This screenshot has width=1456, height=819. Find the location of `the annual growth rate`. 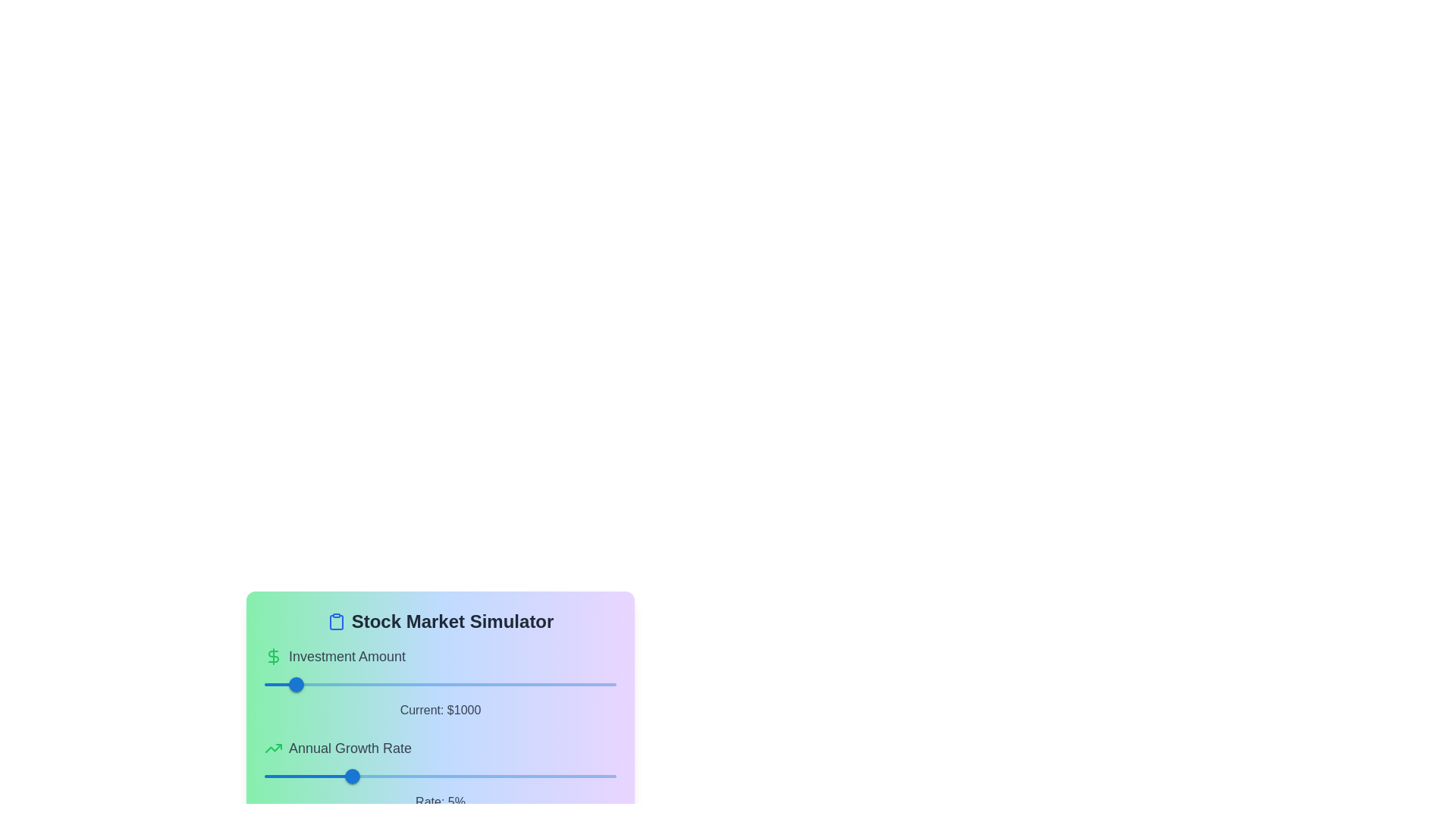

the annual growth rate is located at coordinates (309, 776).